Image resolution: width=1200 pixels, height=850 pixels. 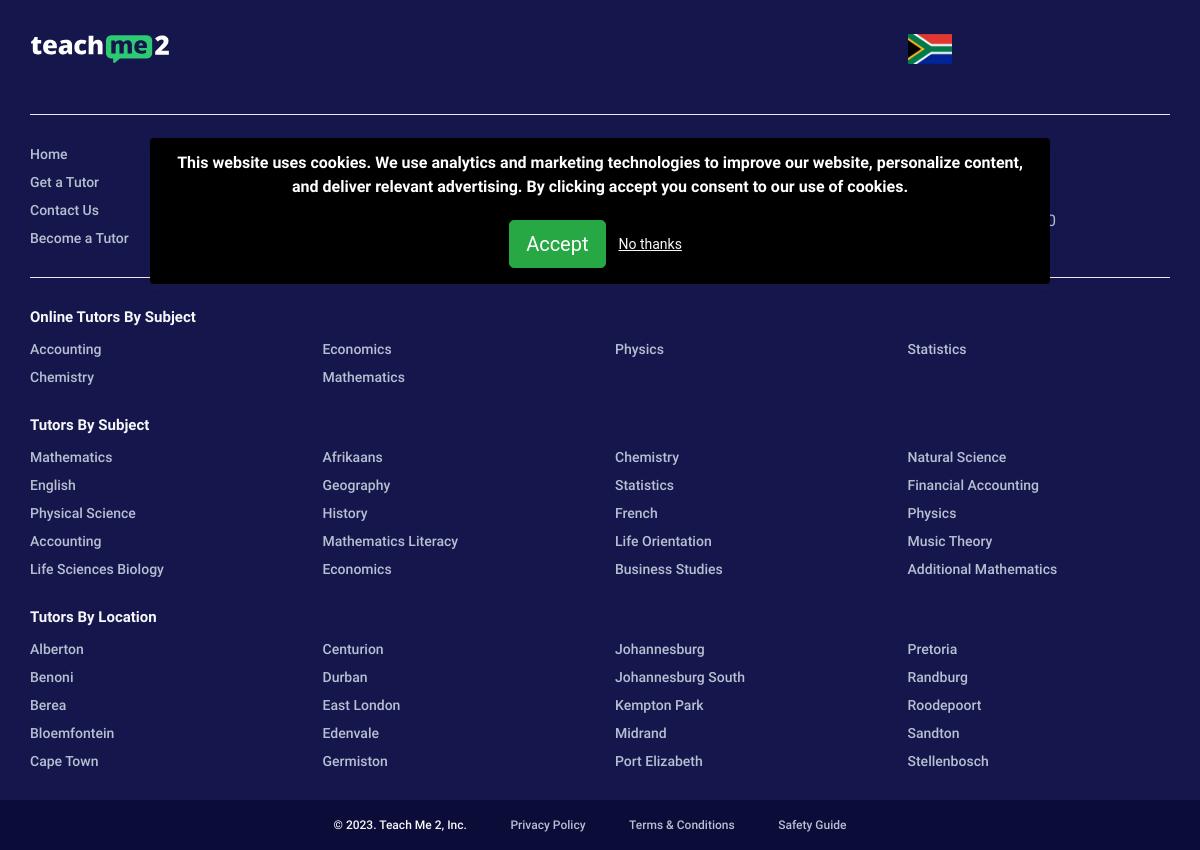 I want to click on 'Pretoria', so click(x=906, y=649).